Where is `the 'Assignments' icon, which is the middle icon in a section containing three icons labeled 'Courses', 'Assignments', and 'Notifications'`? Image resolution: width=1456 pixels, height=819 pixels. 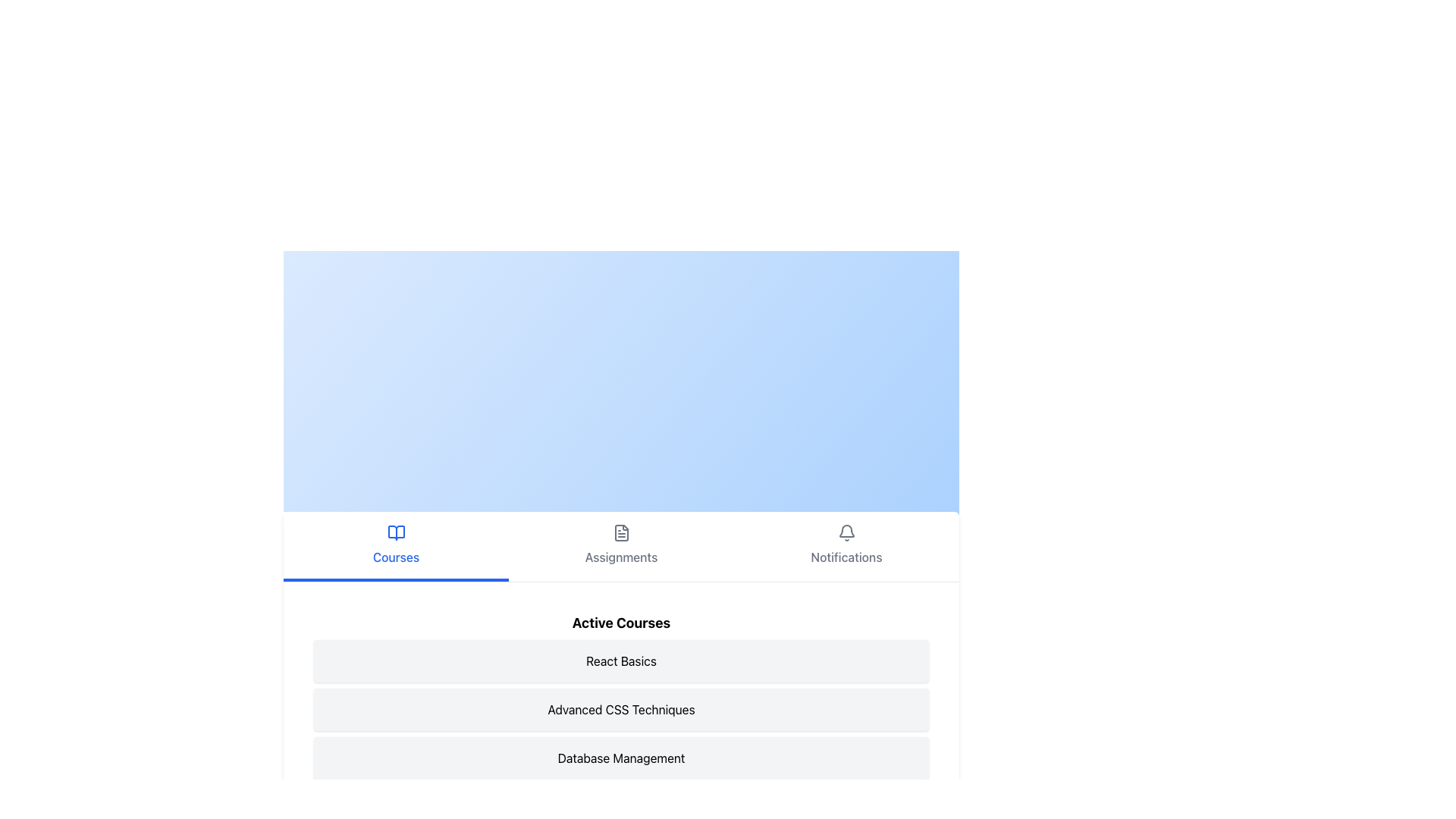
the 'Assignments' icon, which is the middle icon in a section containing three icons labeled 'Courses', 'Assignments', and 'Notifications' is located at coordinates (621, 532).